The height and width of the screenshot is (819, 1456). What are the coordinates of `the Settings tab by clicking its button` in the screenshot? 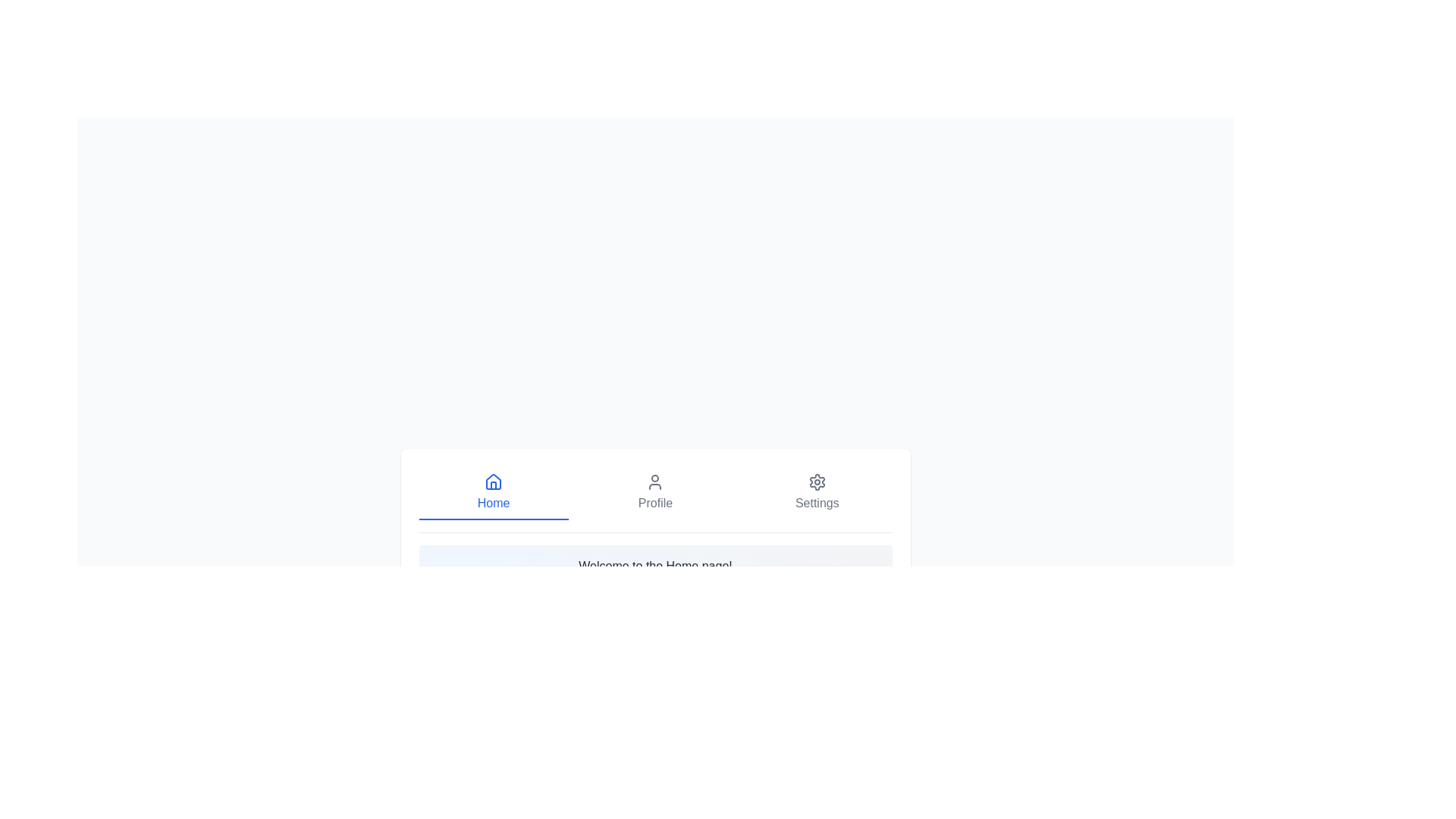 It's located at (815, 493).